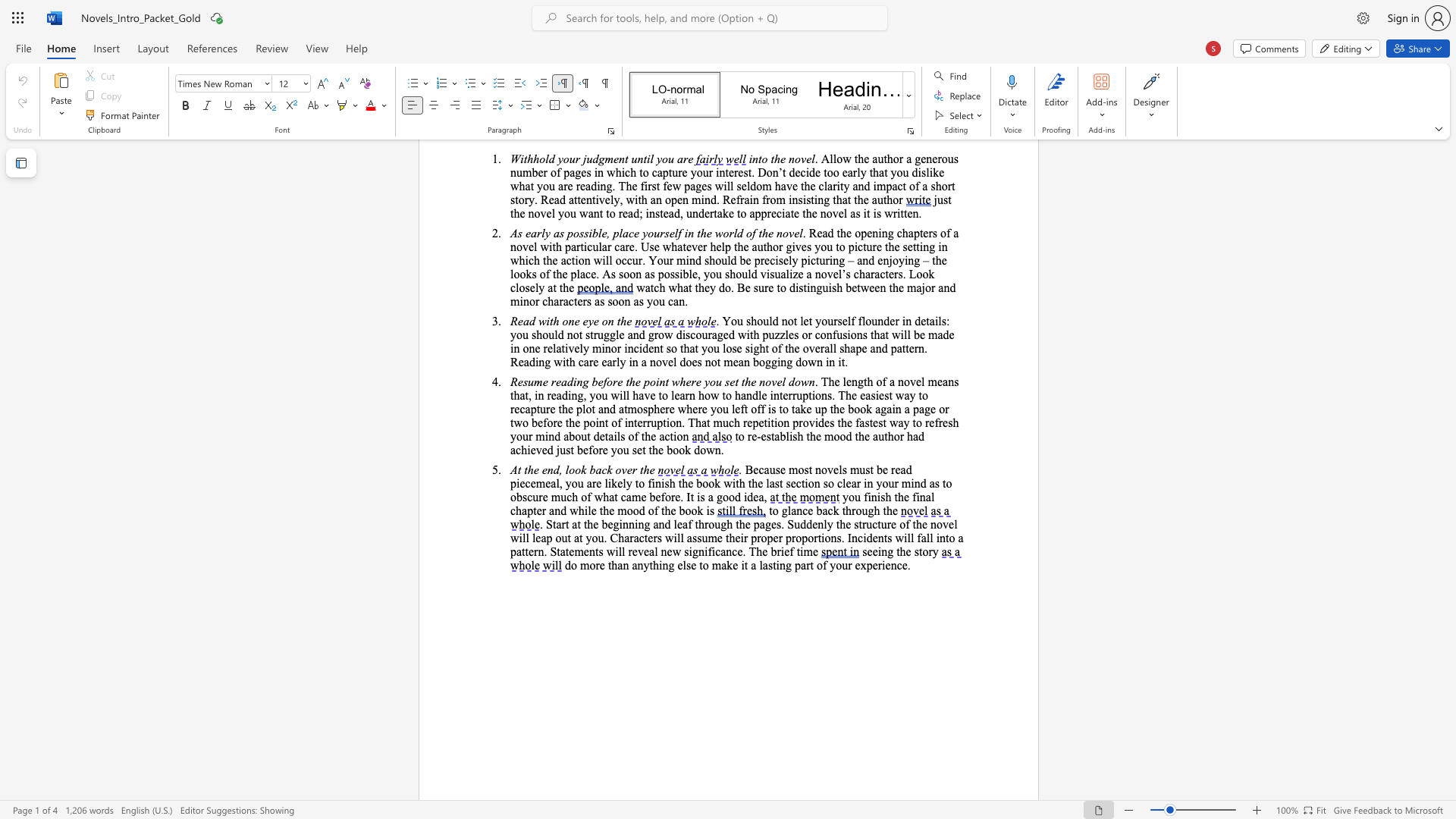 Image resolution: width=1456 pixels, height=819 pixels. Describe the element at coordinates (564, 469) in the screenshot. I see `the subset text "look back over th" within the text "At the end, look back over the"` at that location.